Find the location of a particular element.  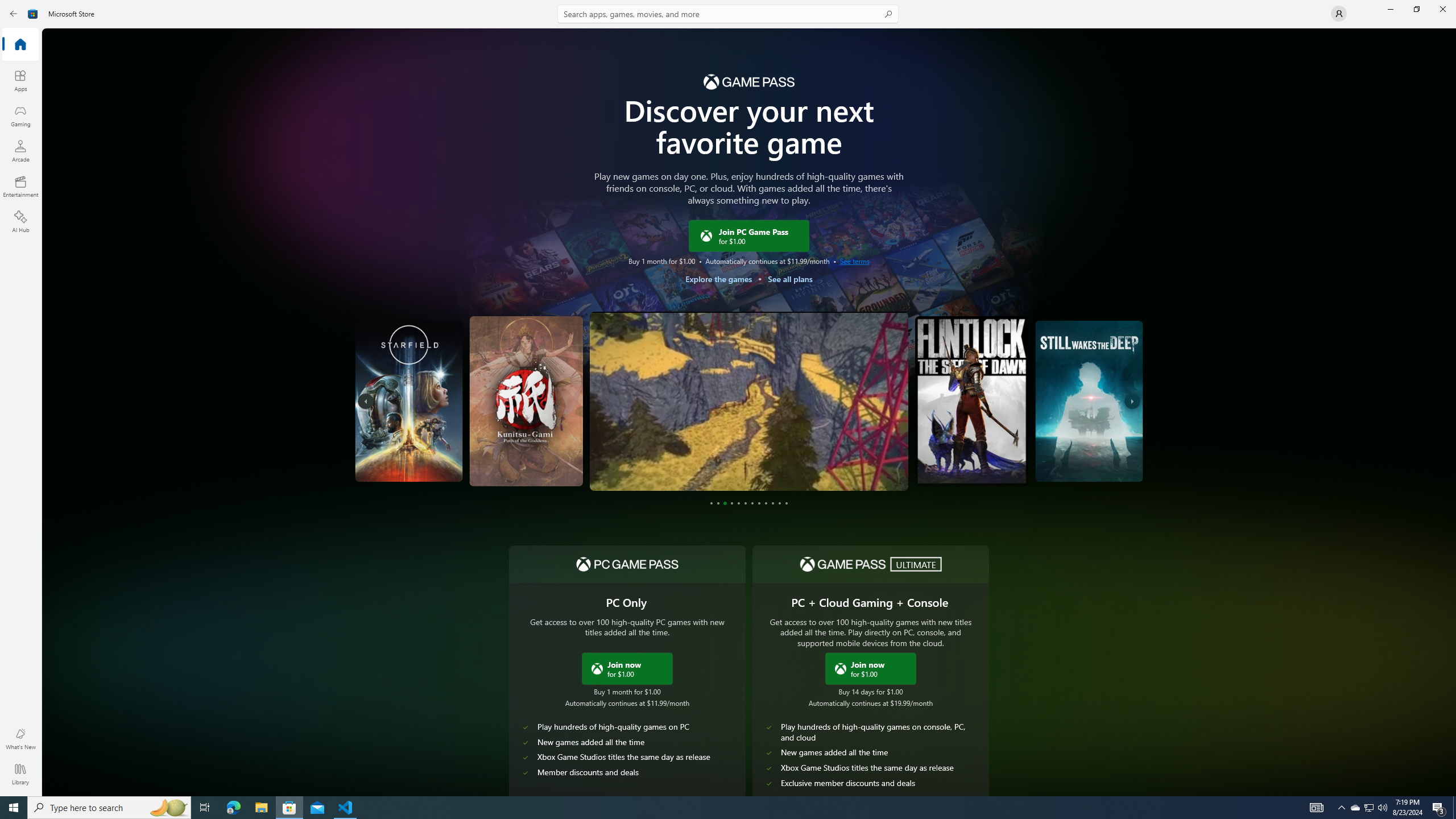

'Search' is located at coordinates (728, 13).